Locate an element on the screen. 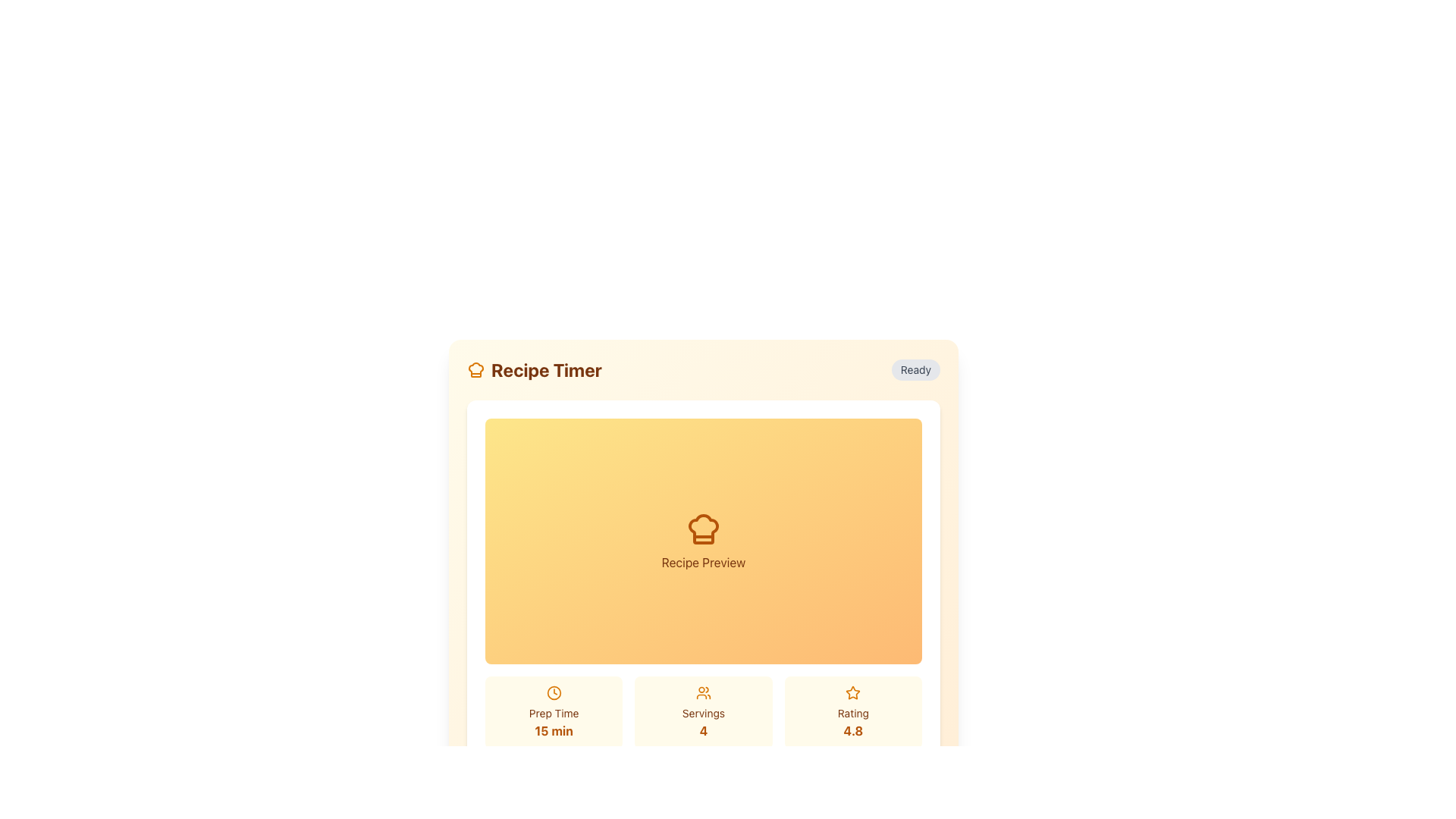  the inner circular part of the SVG clock icon, which represents the 'Prep Time' section of the recipe details is located at coordinates (553, 693).